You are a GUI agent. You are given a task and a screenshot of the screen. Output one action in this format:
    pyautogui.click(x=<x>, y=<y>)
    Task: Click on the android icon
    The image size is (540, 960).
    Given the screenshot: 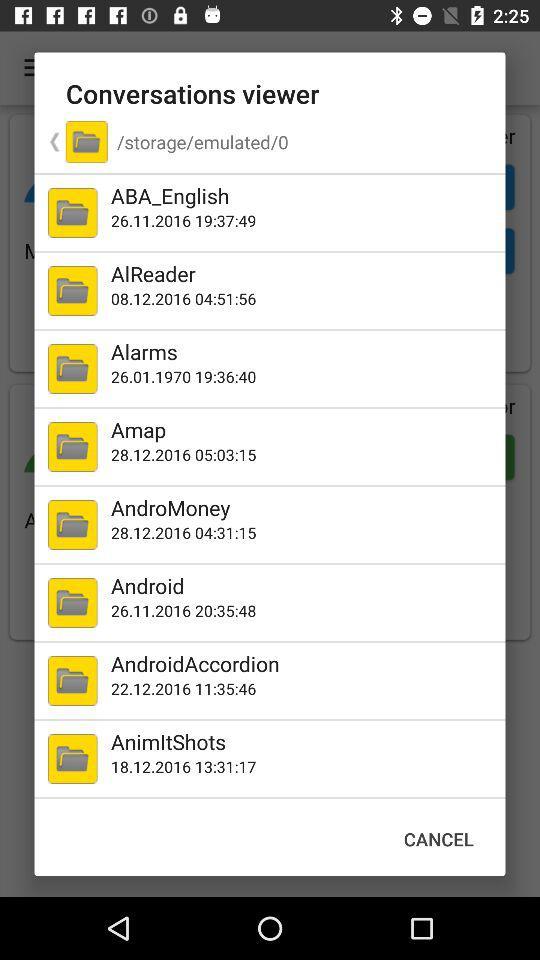 What is the action you would take?
    pyautogui.click(x=303, y=585)
    